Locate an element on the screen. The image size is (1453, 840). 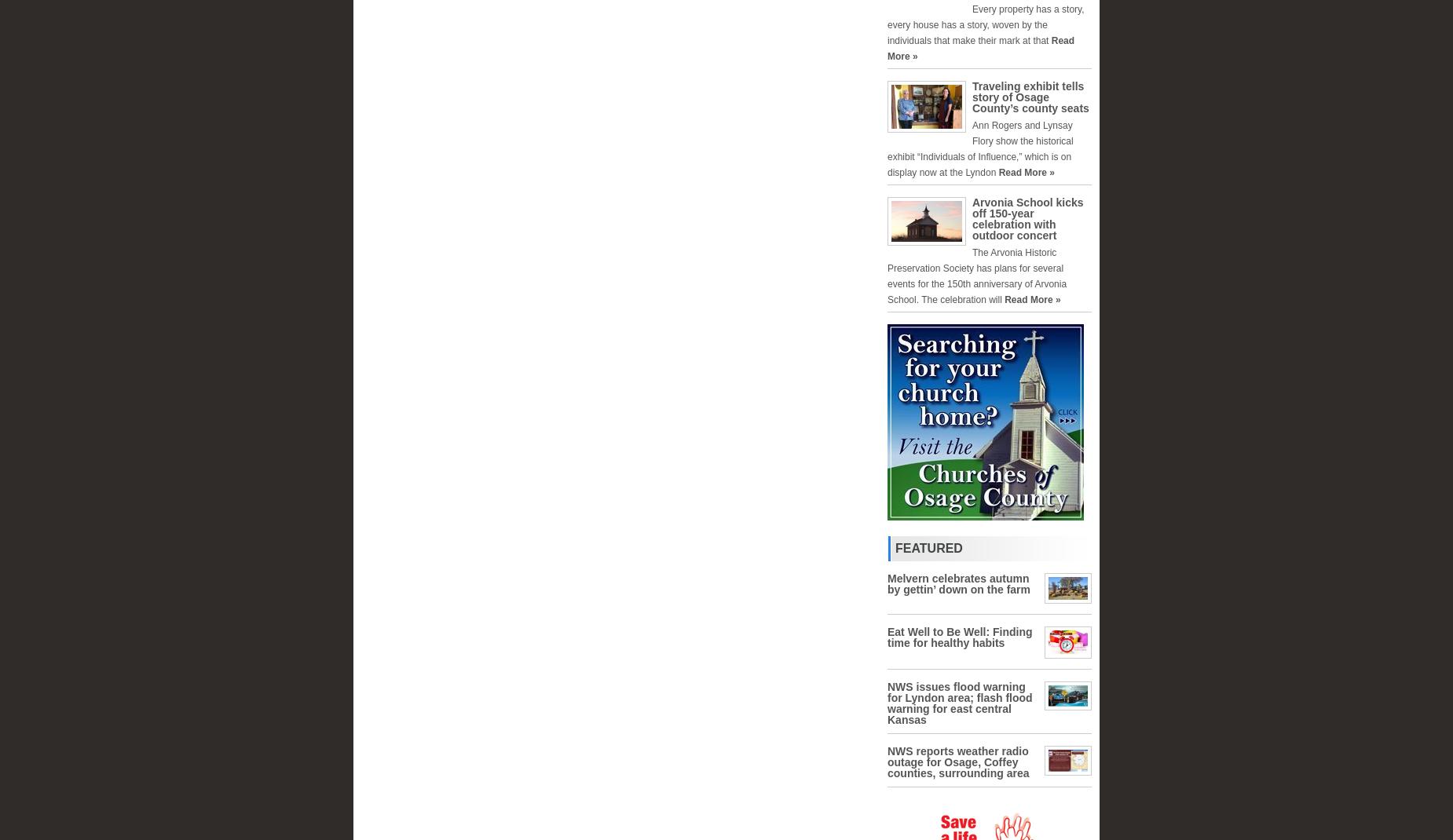
'Arvonia School kicks off 150-year celebration with outdoor concert' is located at coordinates (1027, 218).